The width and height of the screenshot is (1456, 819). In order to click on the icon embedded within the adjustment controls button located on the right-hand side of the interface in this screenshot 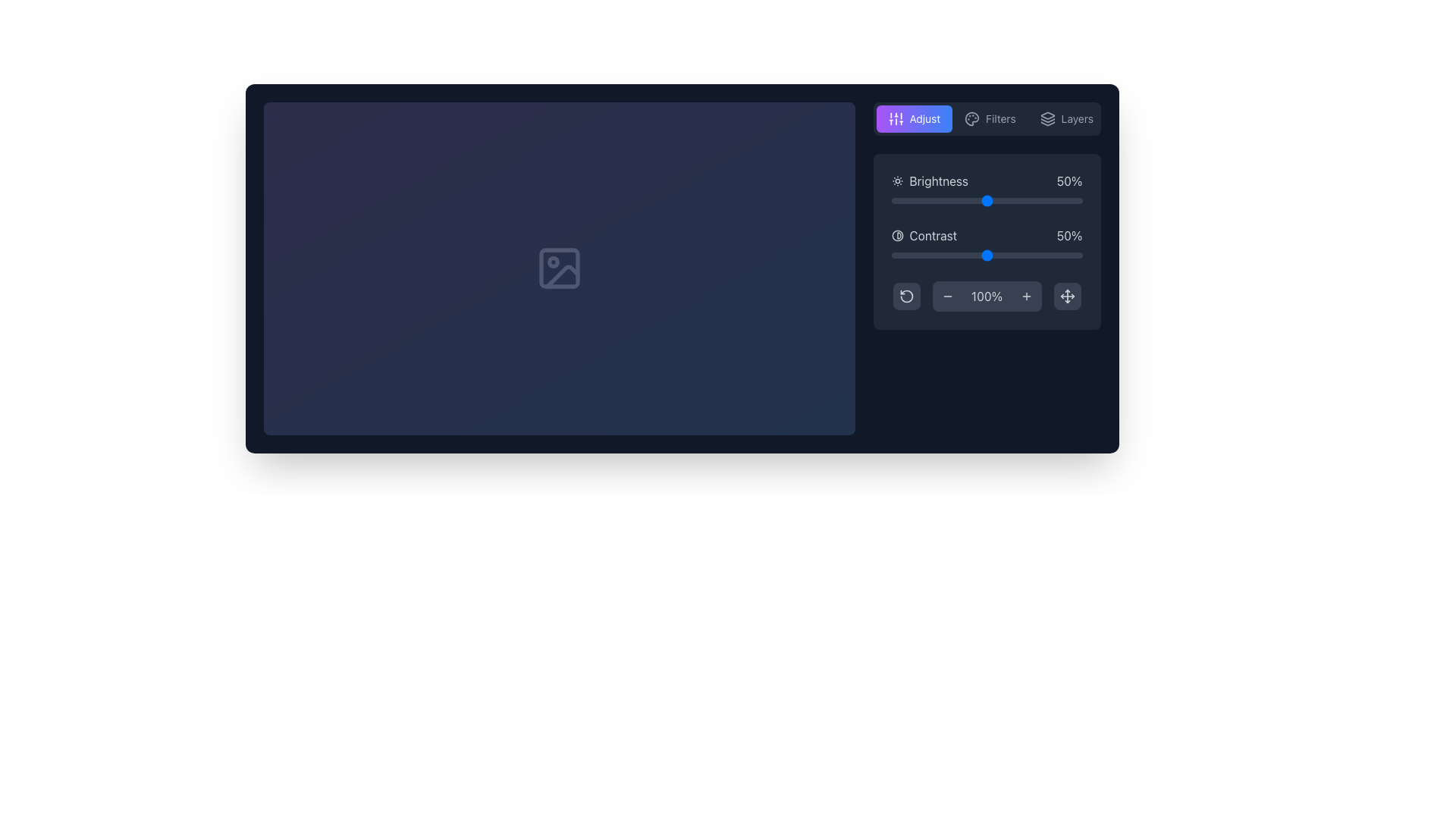, I will do `click(1066, 296)`.